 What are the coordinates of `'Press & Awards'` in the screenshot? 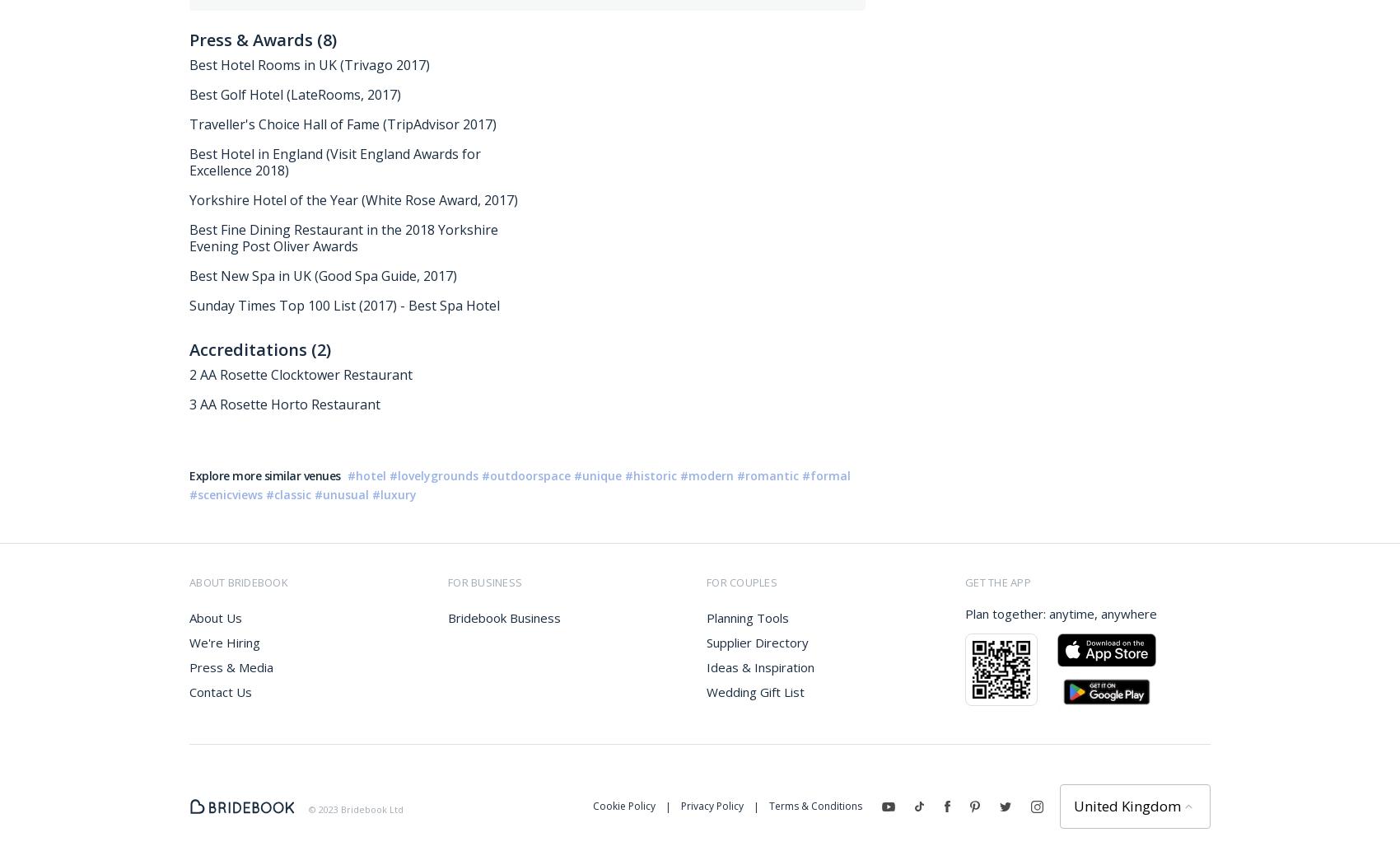 It's located at (189, 39).